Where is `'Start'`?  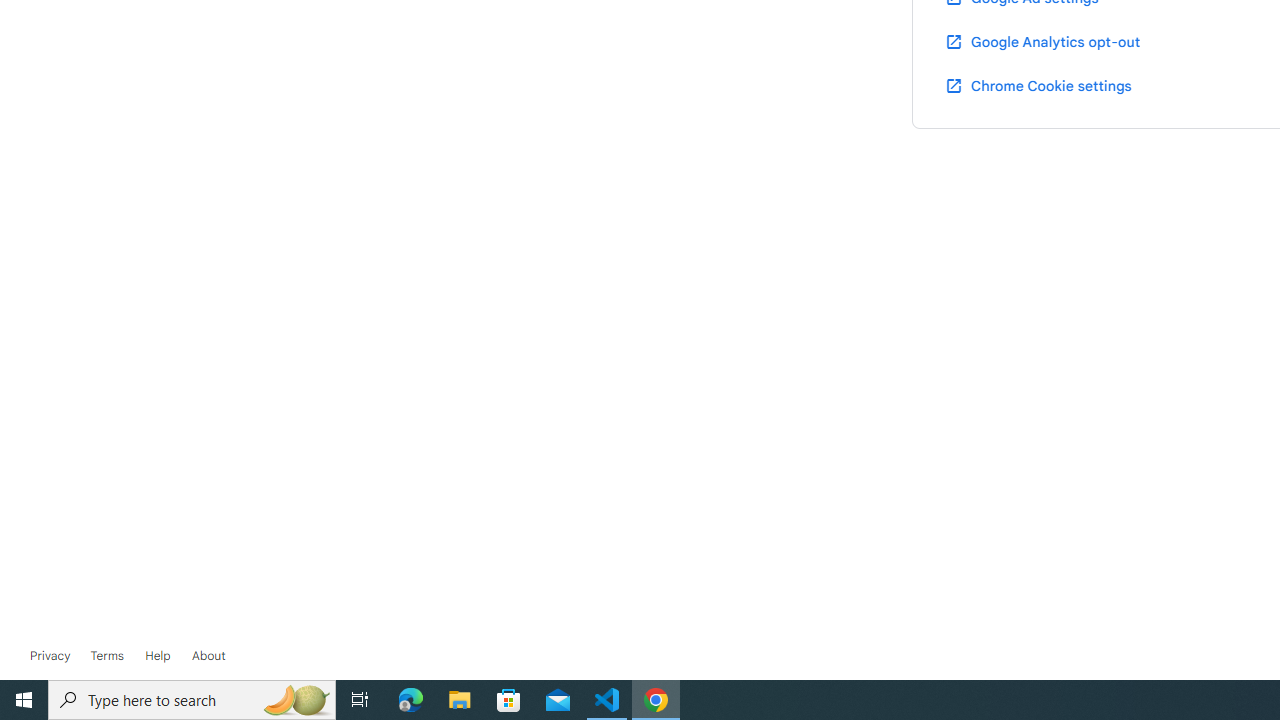
'Start' is located at coordinates (24, 698).